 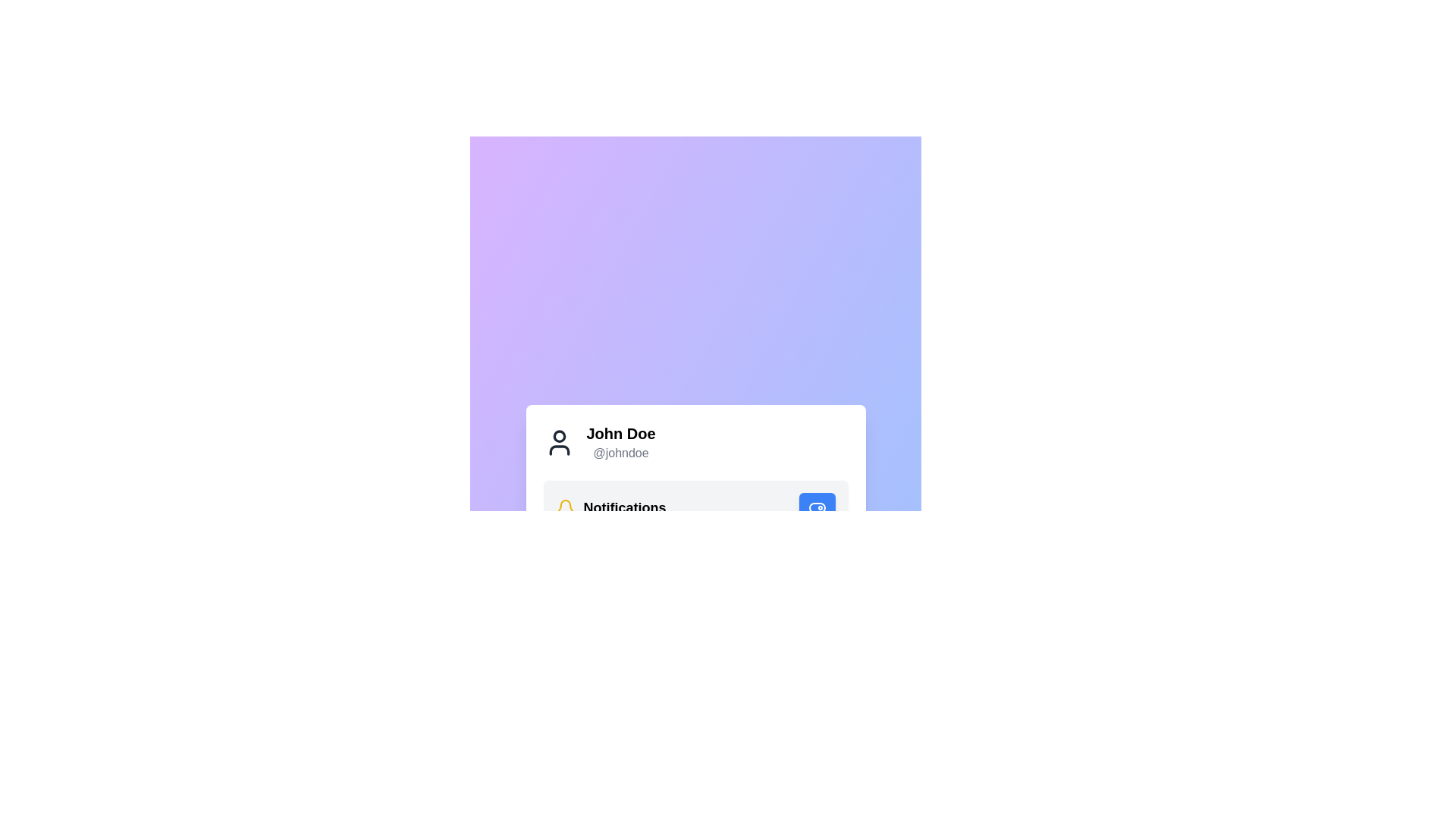 I want to click on the toggle switch located within the dropdown button under the 'John Doe' section to switch its state, so click(x=816, y=508).